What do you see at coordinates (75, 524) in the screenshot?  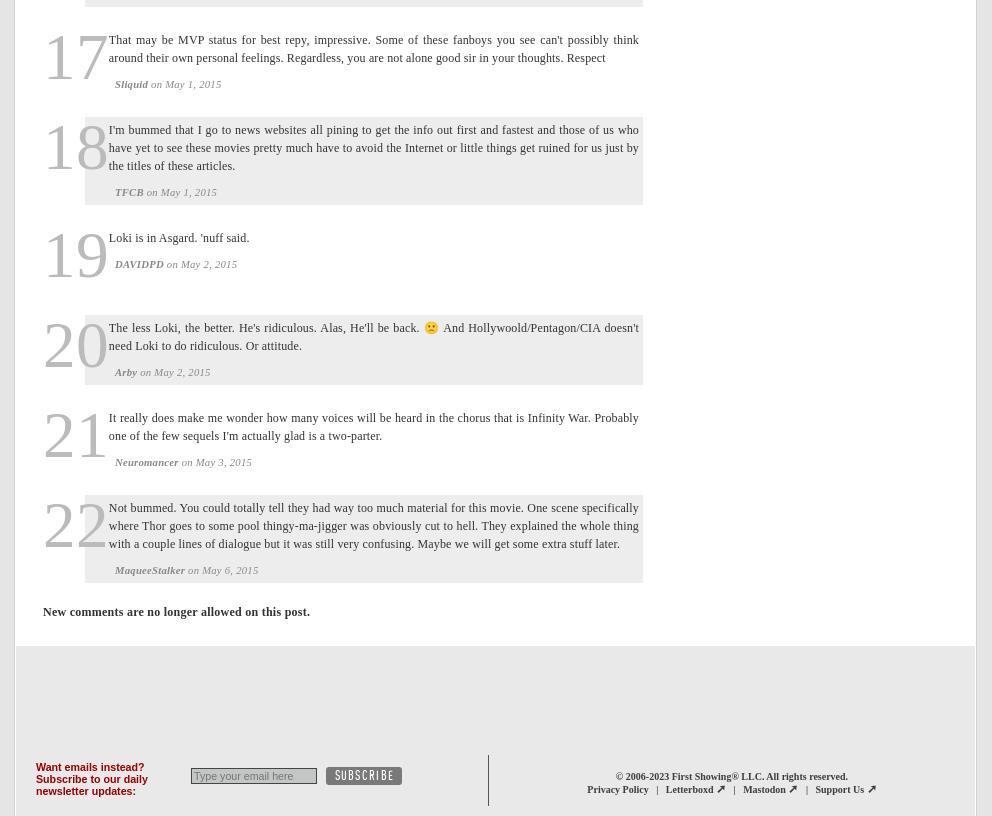 I see `'22'` at bounding box center [75, 524].